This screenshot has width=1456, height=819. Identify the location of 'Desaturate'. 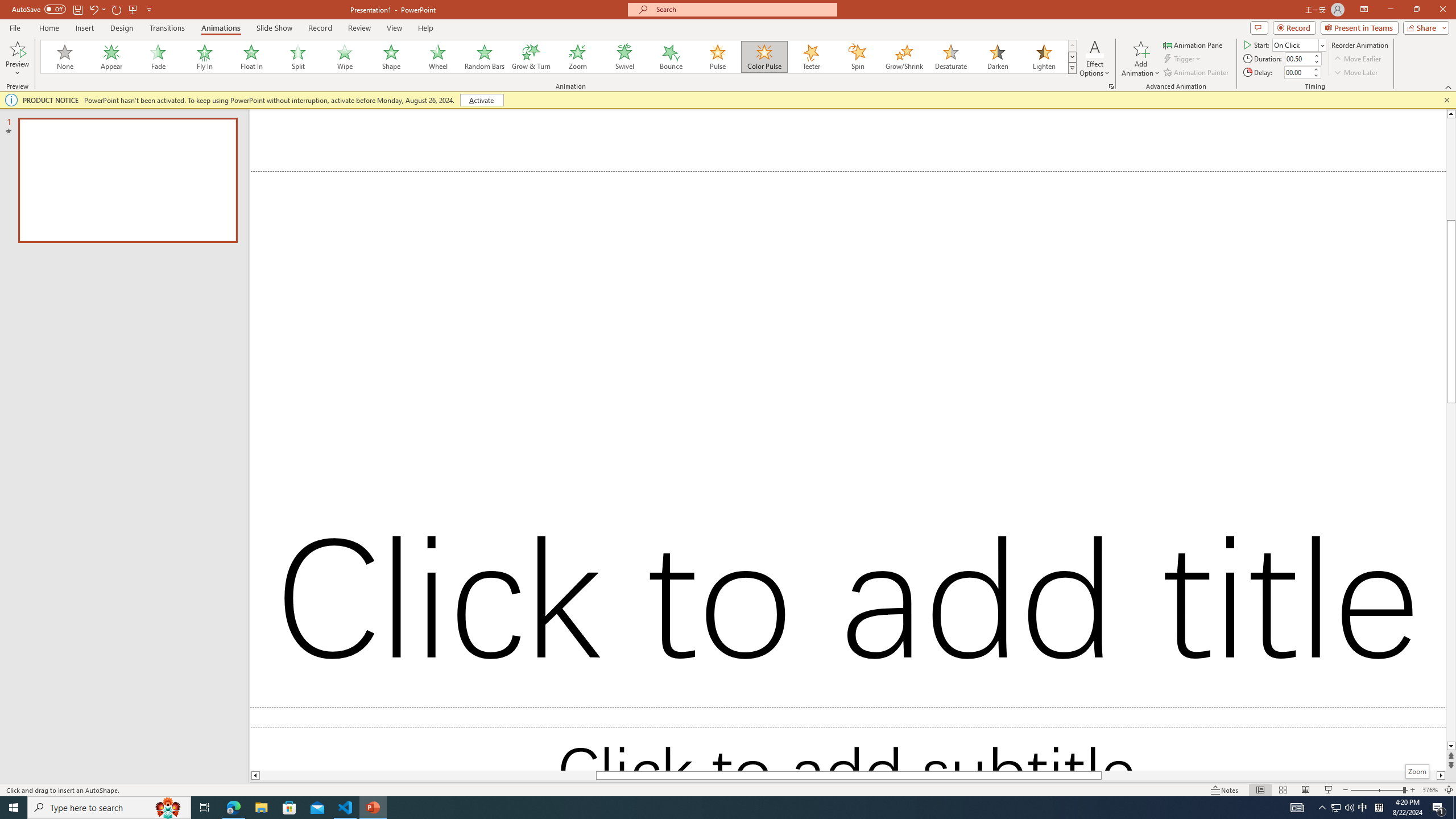
(950, 56).